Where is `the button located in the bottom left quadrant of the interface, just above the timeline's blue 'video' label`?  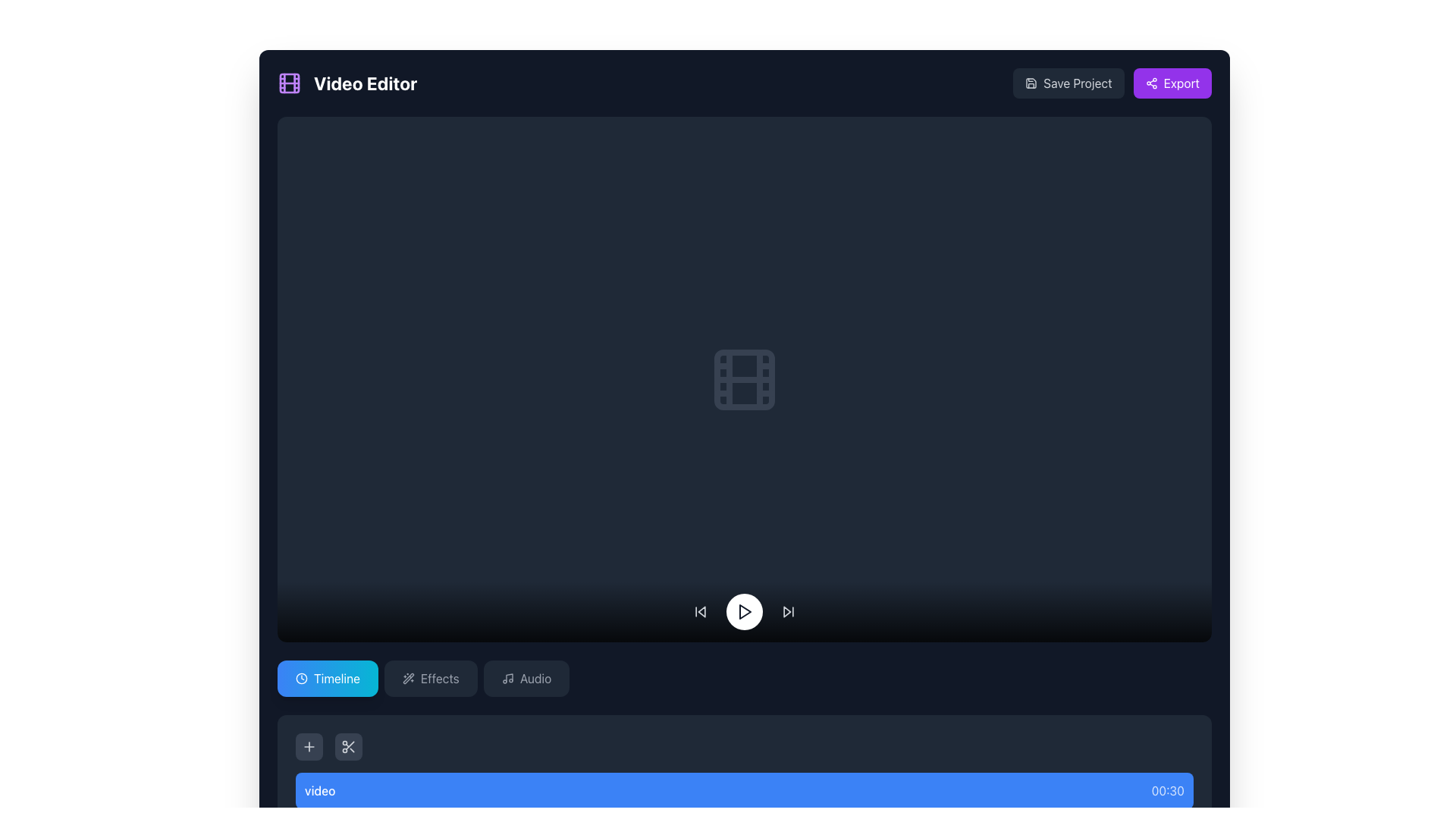 the button located in the bottom left quadrant of the interface, just above the timeline's blue 'video' label is located at coordinates (309, 745).